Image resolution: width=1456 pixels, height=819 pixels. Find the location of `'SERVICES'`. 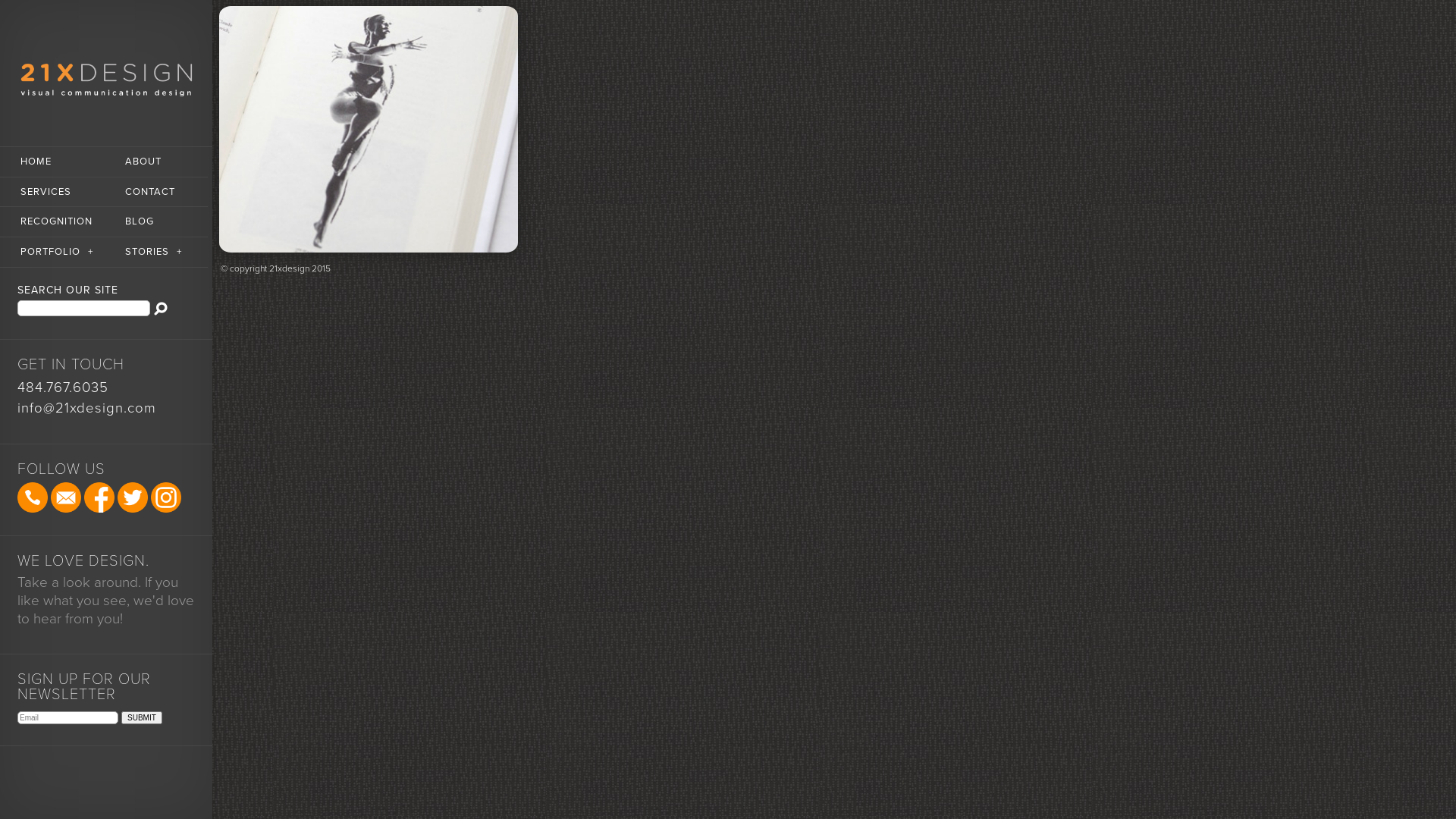

'SERVICES' is located at coordinates (0, 192).